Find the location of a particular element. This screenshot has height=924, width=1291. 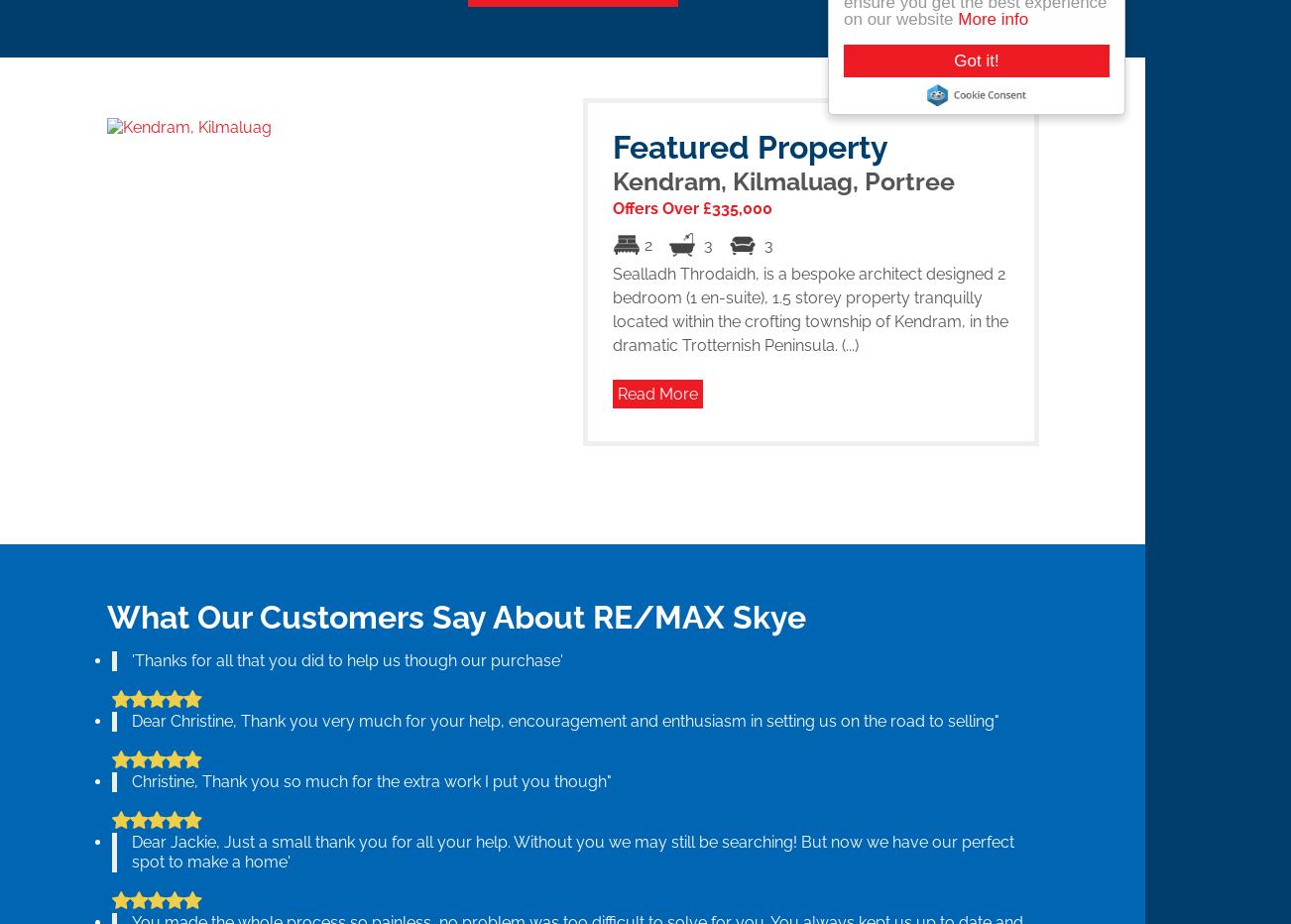

'Sealladh
Throdaidh, is a bespoke architect designed 2 bedroom (1 en-suite), 1.5 storey
property tranquilly located within the crofting township of Kendram, in the
dramatic Trotternish Peninsula. (...)' is located at coordinates (809, 308).